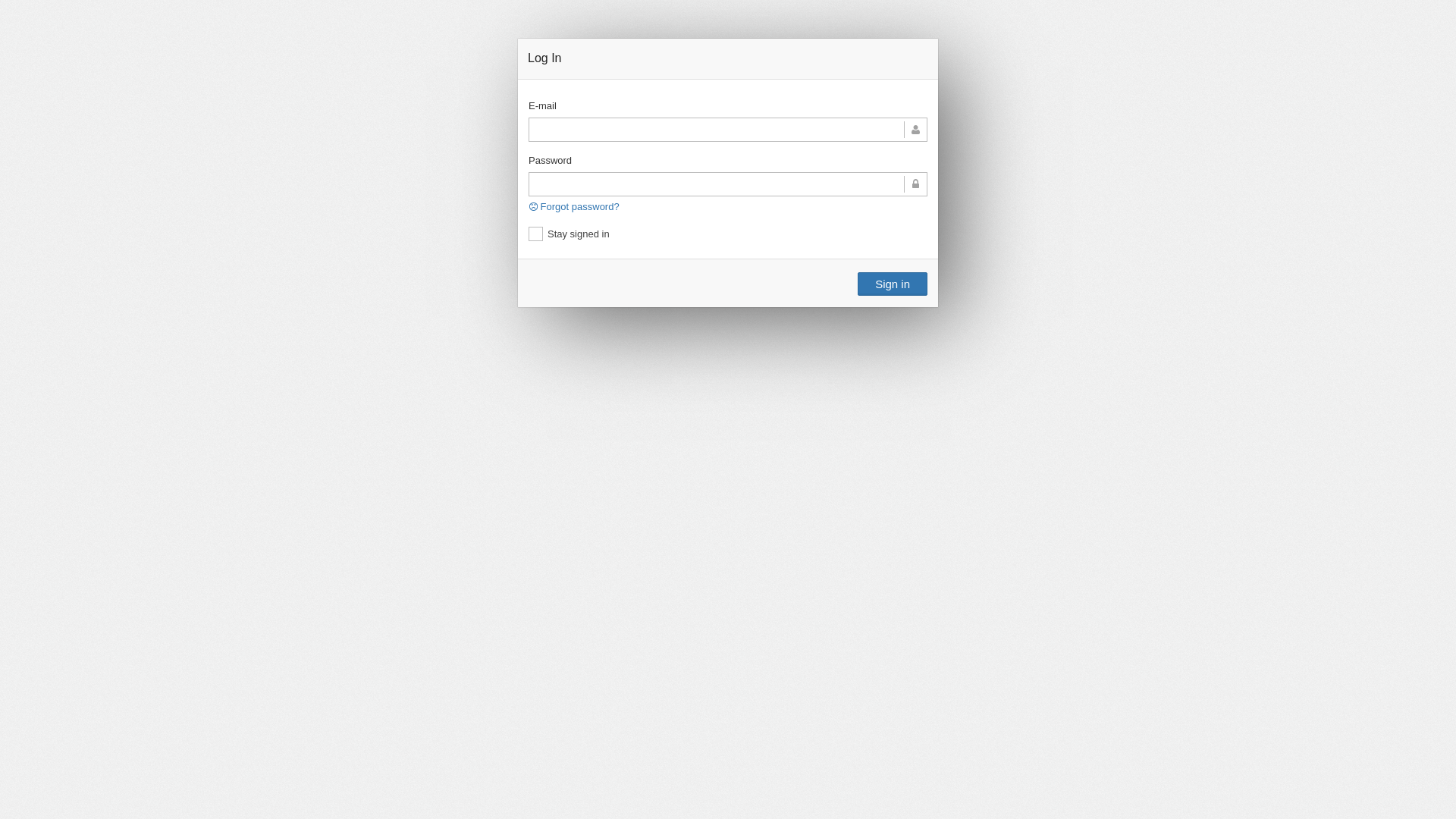 The width and height of the screenshot is (1456, 819). What do you see at coordinates (573, 206) in the screenshot?
I see `'Forgot password?'` at bounding box center [573, 206].